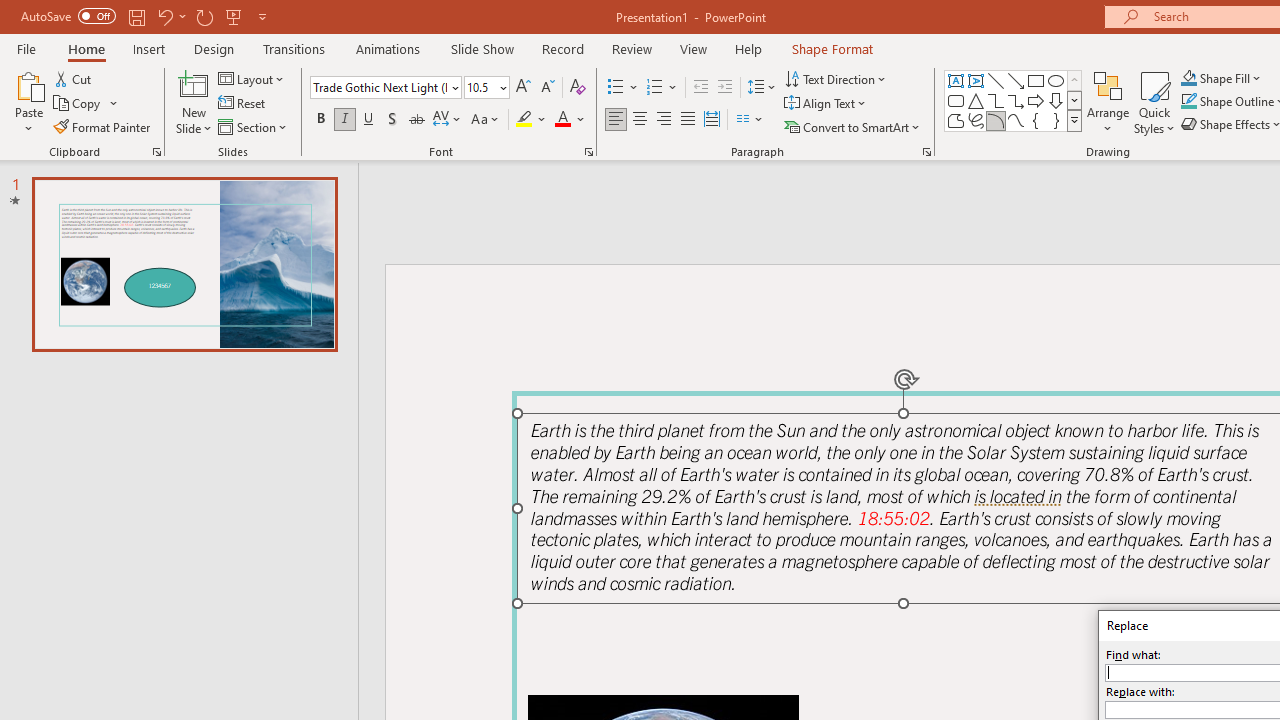 The height and width of the screenshot is (720, 1280). What do you see at coordinates (569, 119) in the screenshot?
I see `'Font Color'` at bounding box center [569, 119].